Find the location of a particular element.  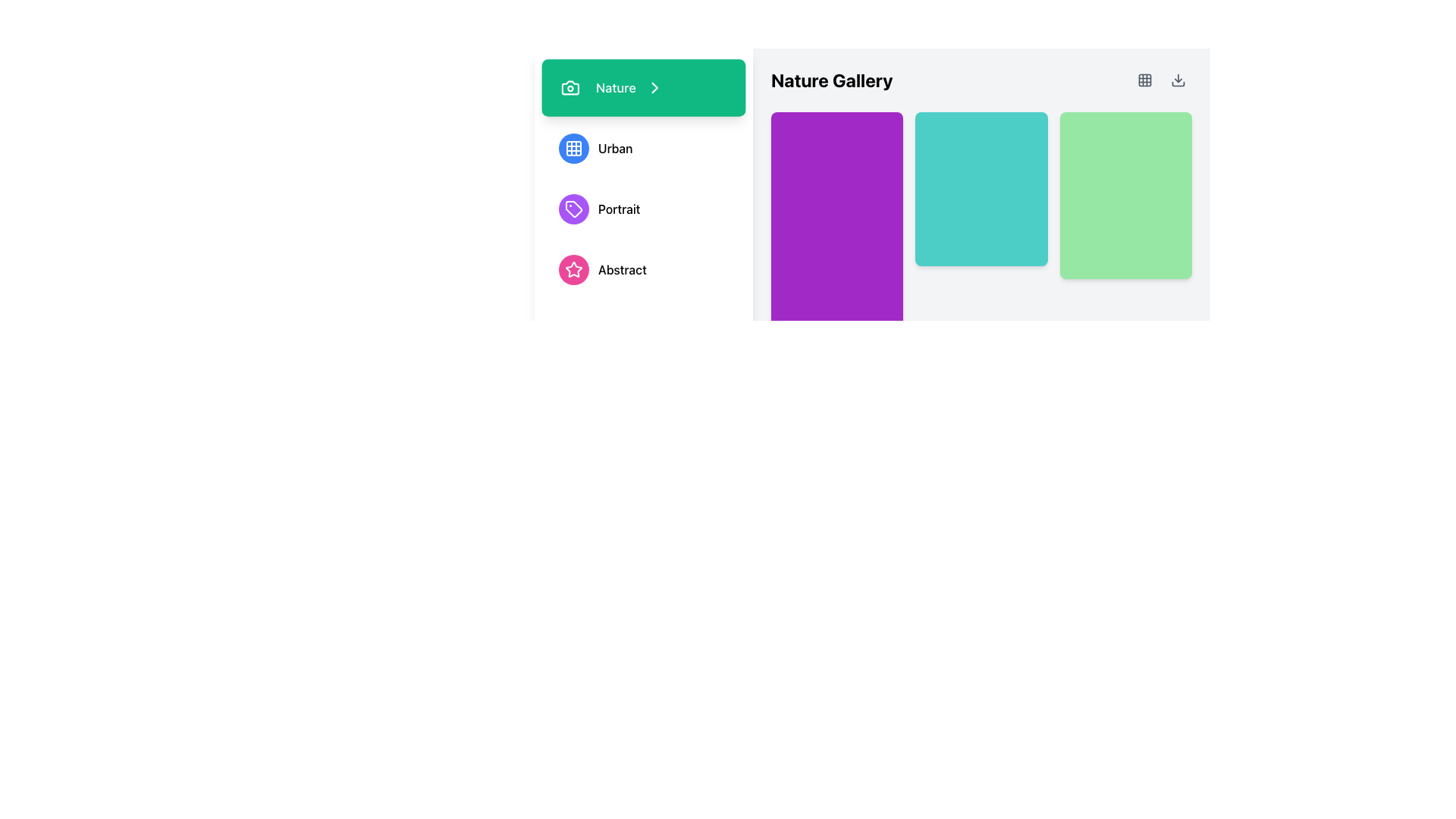

the third button in the vertical sidebar menu that allows access to the 'Portrait' category is located at coordinates (644, 209).